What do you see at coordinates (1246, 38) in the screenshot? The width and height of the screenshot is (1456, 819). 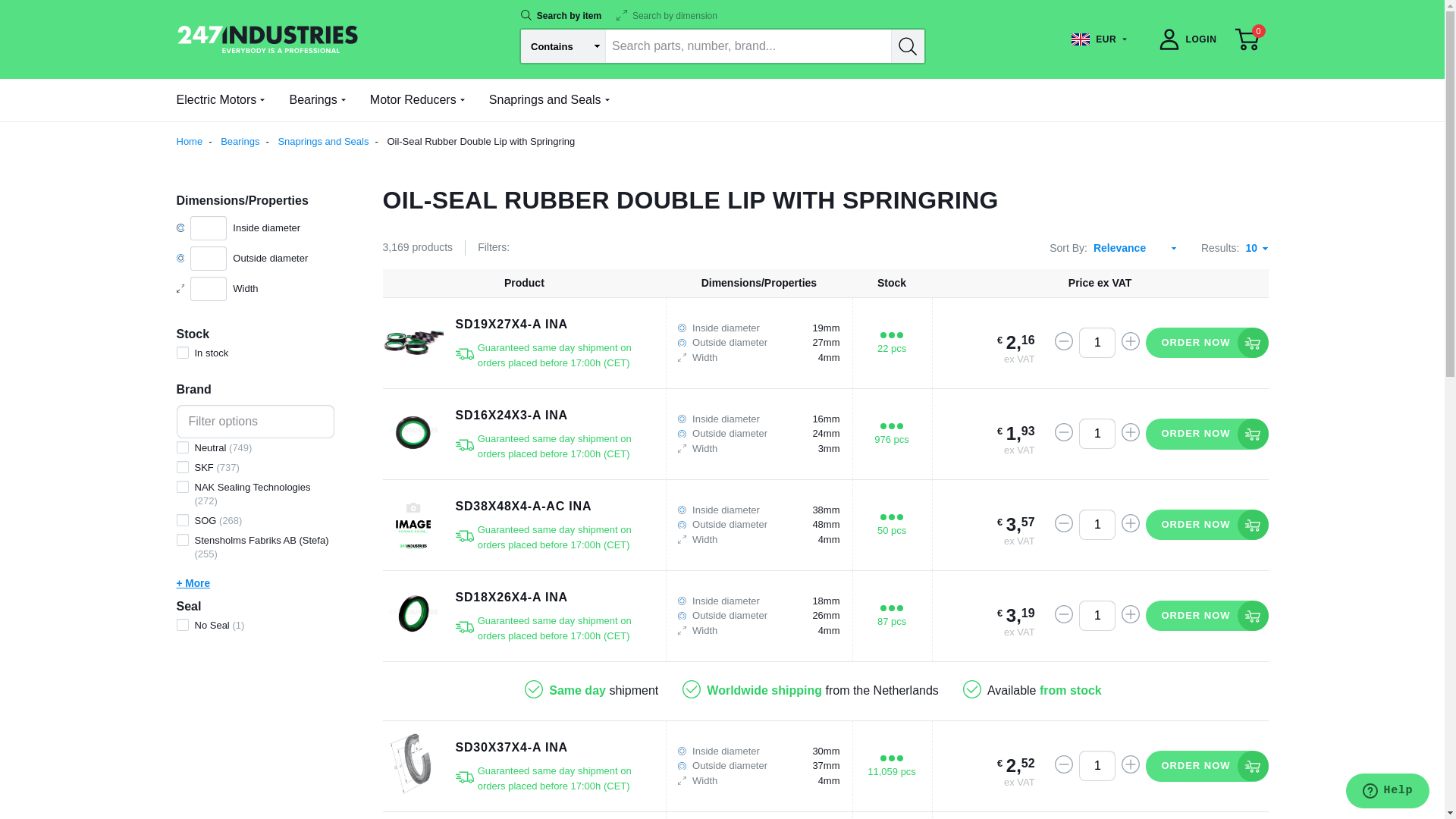 I see `'0'` at bounding box center [1246, 38].